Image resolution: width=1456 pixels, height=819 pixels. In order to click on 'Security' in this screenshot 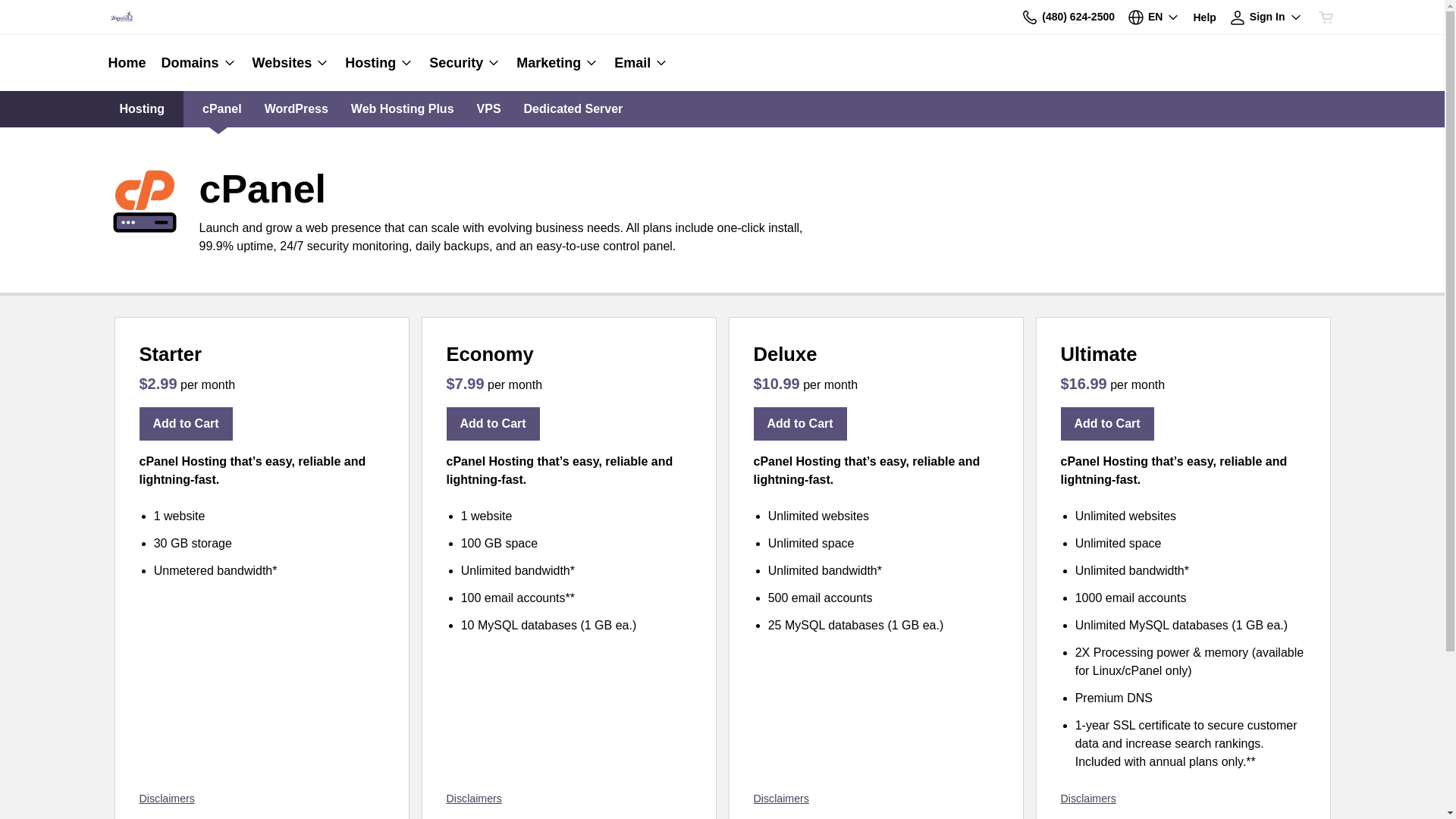, I will do `click(464, 62)`.